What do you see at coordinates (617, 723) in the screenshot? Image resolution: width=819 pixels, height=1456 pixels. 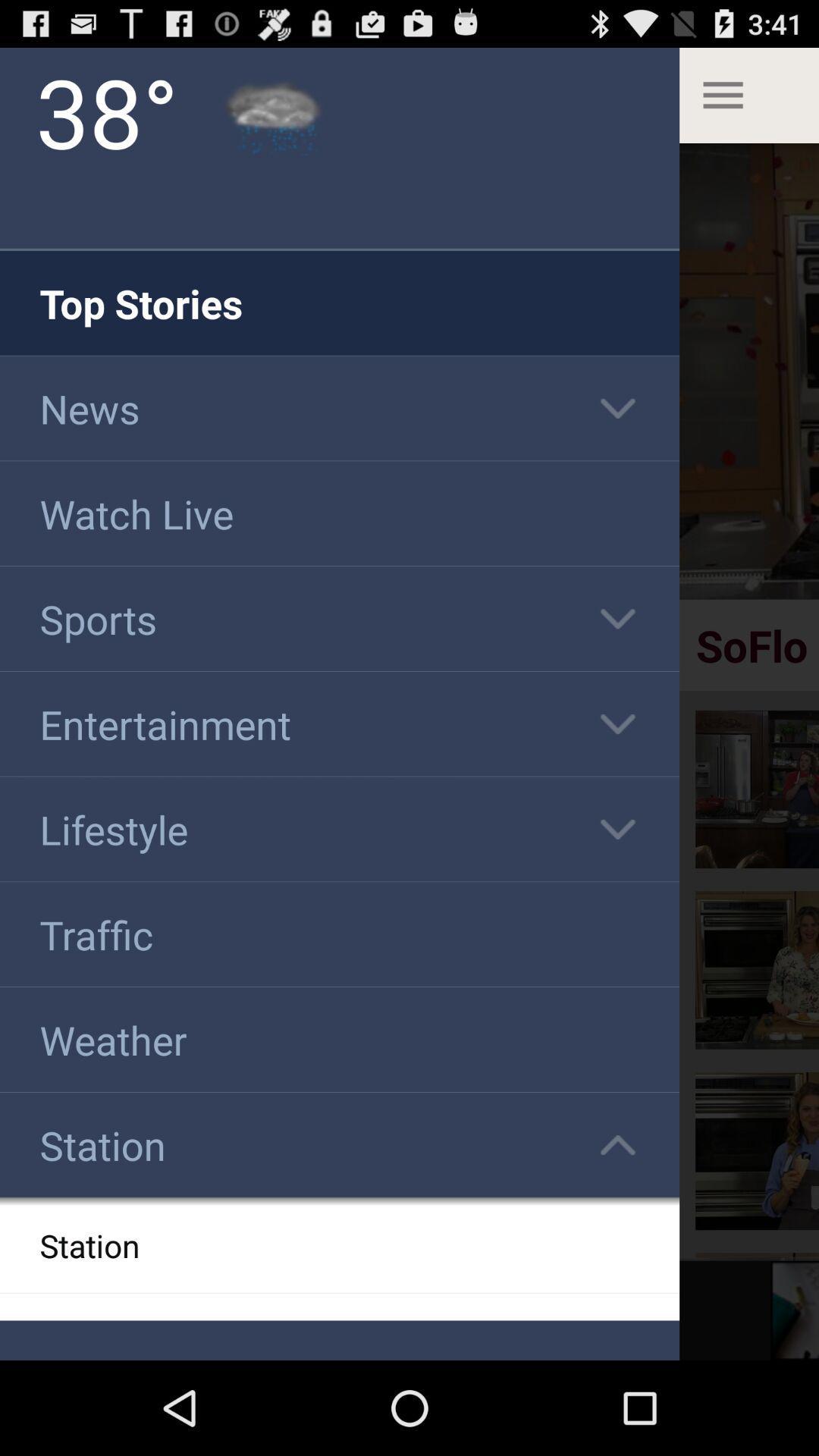 I see `down arrow beside the entertainment` at bounding box center [617, 723].